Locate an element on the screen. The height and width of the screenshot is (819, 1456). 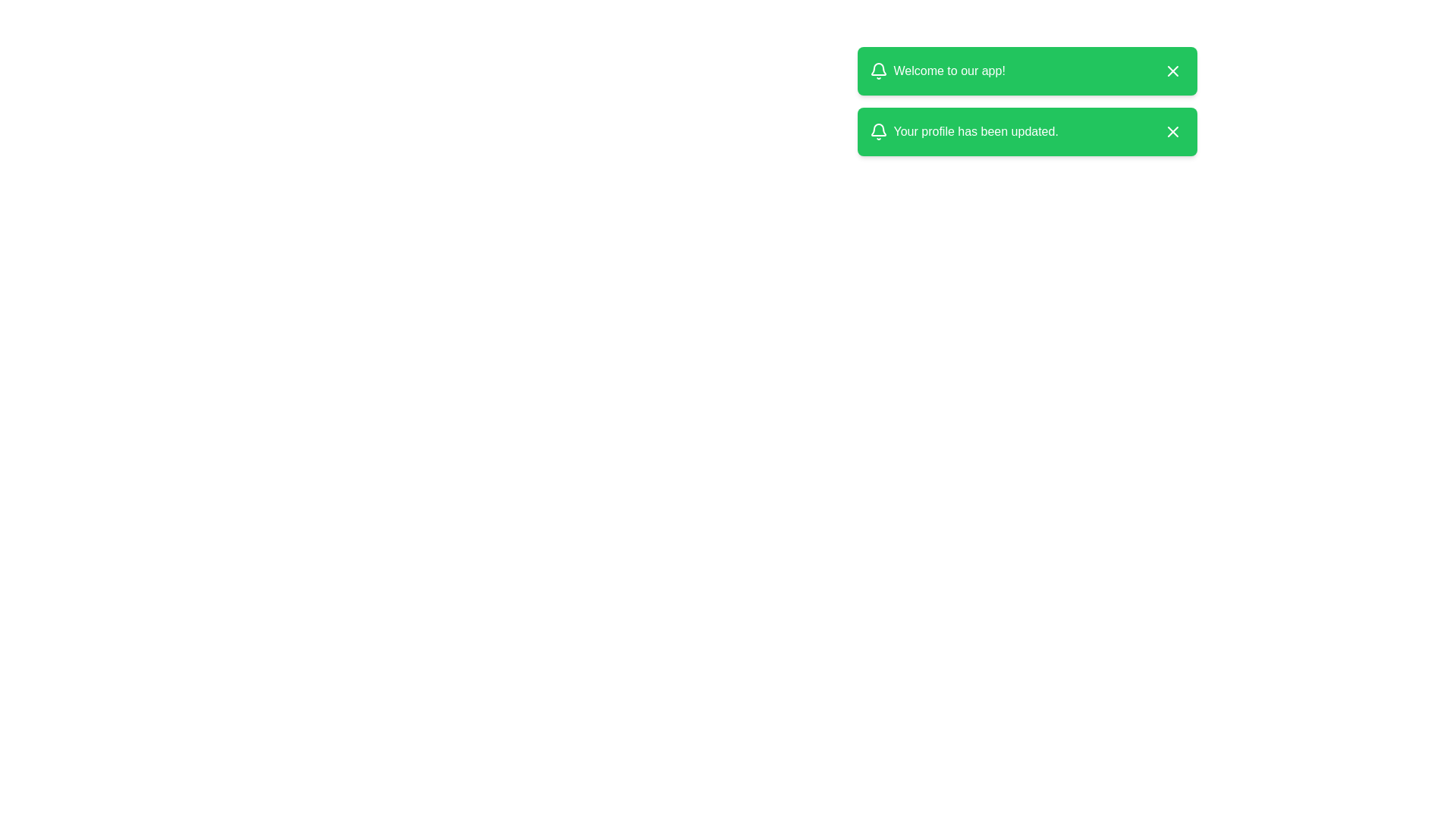
message from the notification banner that informs the user of a successful profile update, positioned below the 'Welcome to our app!' banner is located at coordinates (1027, 130).